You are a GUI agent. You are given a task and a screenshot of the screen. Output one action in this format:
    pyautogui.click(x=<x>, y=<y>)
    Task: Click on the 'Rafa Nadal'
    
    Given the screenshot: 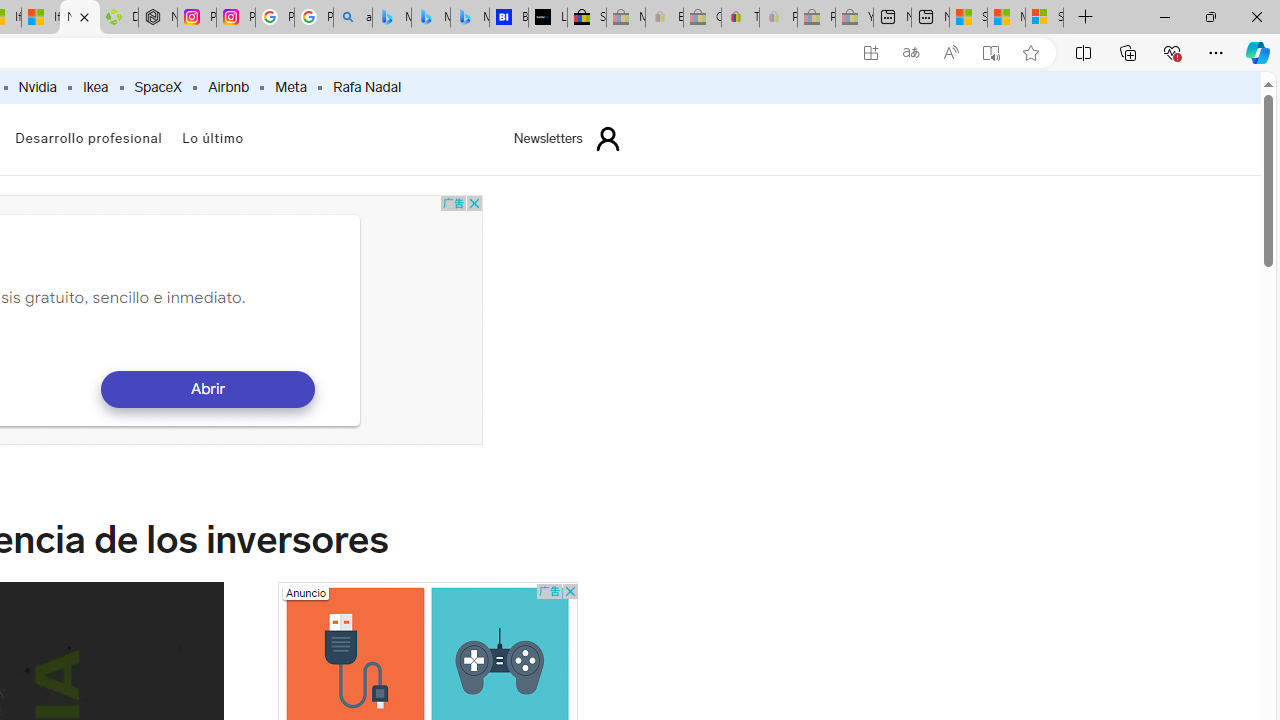 What is the action you would take?
    pyautogui.click(x=367, y=87)
    